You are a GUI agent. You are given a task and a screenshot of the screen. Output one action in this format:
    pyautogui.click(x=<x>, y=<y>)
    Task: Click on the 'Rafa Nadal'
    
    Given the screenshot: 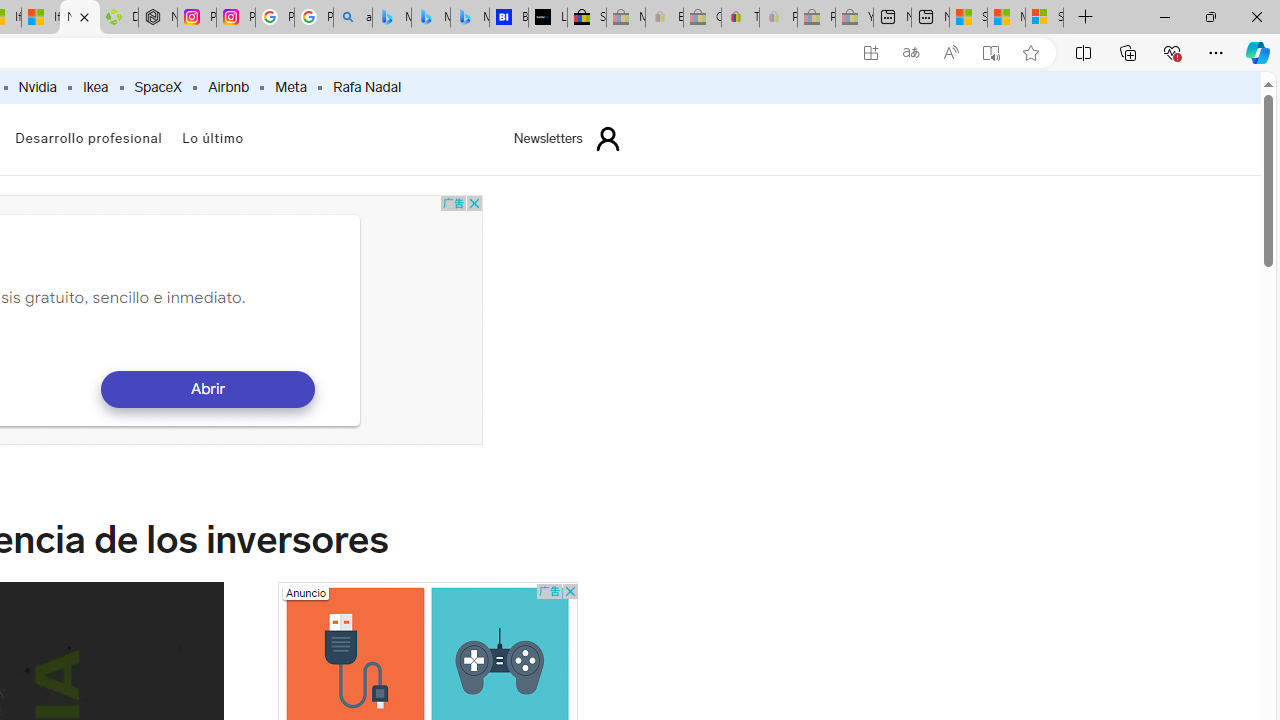 What is the action you would take?
    pyautogui.click(x=367, y=87)
    